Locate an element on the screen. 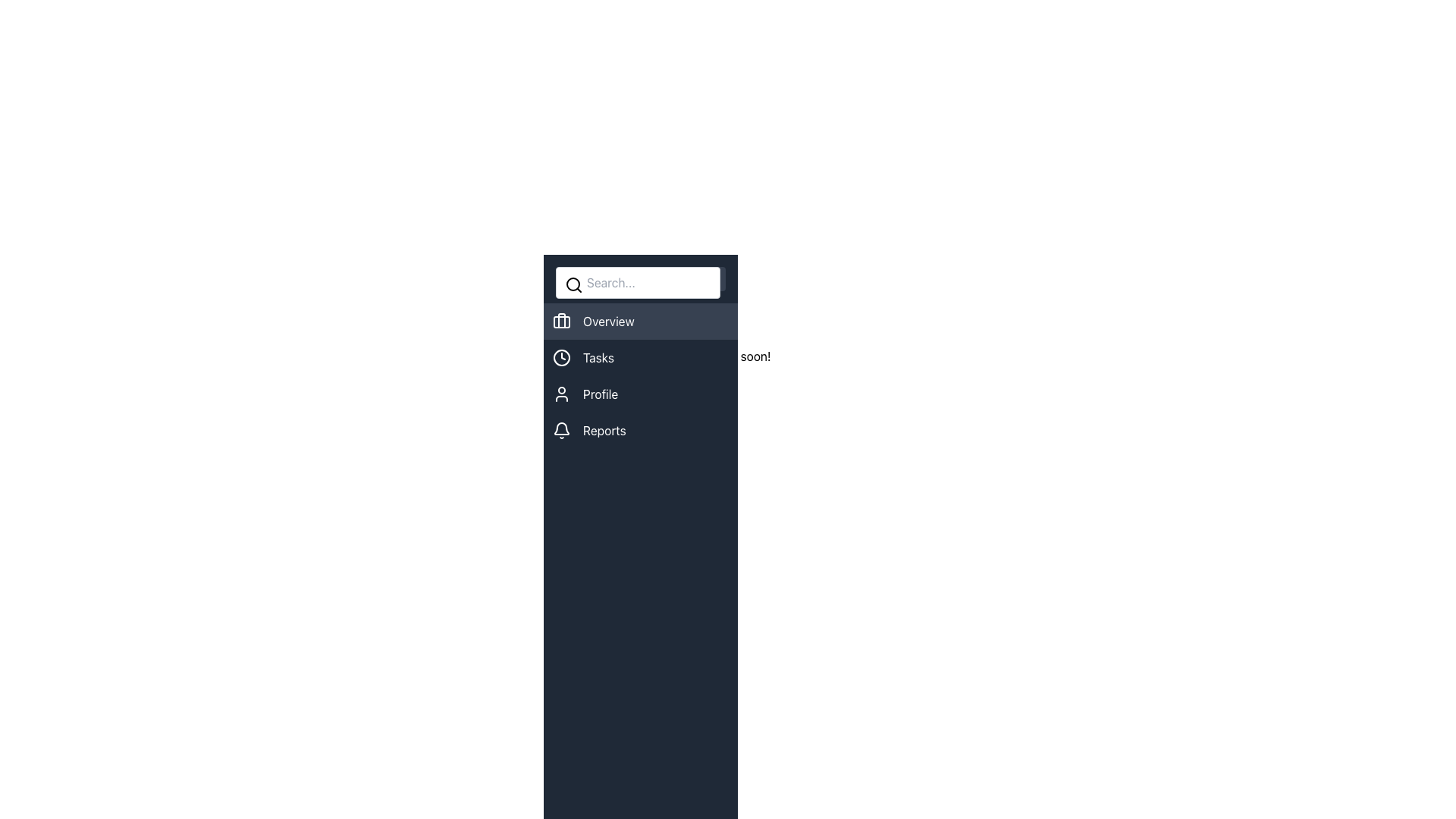 The height and width of the screenshot is (819, 1456). the rectangular vector graphic element within the briefcase icon located next to the 'Overview' label in the vertical navigation menu is located at coordinates (560, 321).